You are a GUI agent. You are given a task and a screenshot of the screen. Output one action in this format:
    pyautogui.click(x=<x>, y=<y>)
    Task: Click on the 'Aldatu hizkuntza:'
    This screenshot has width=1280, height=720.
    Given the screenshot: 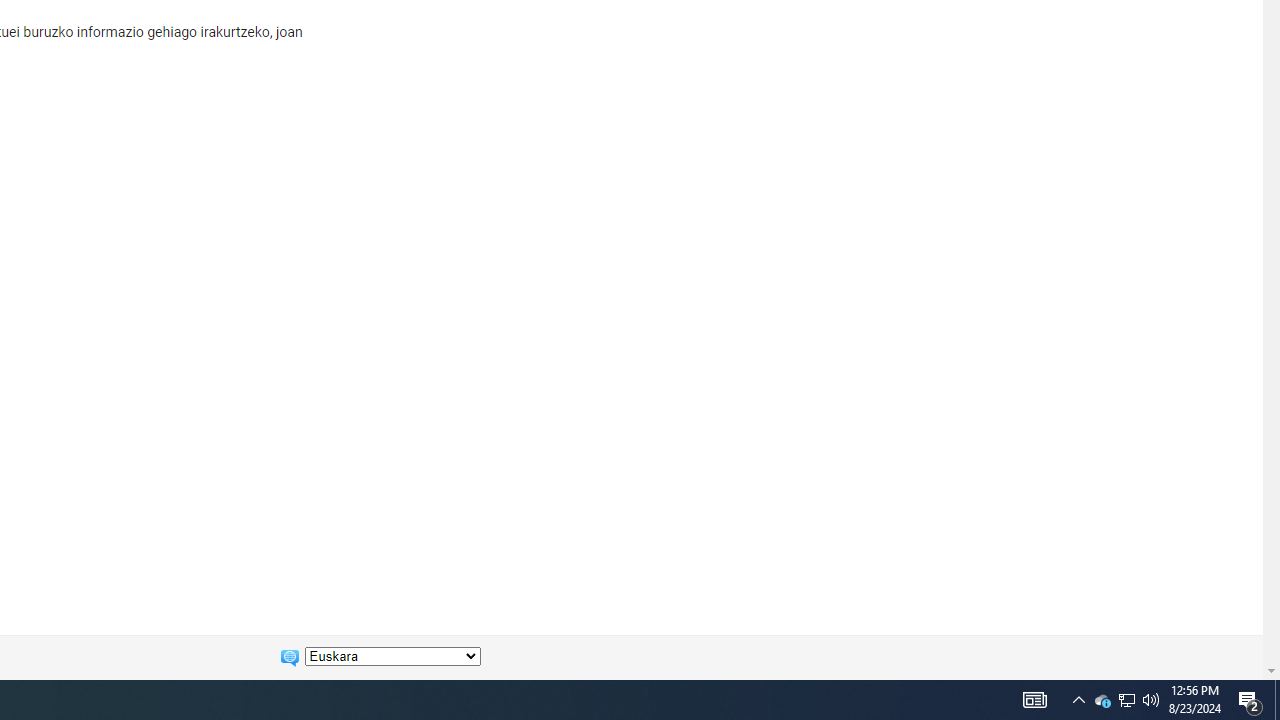 What is the action you would take?
    pyautogui.click(x=392, y=656)
    